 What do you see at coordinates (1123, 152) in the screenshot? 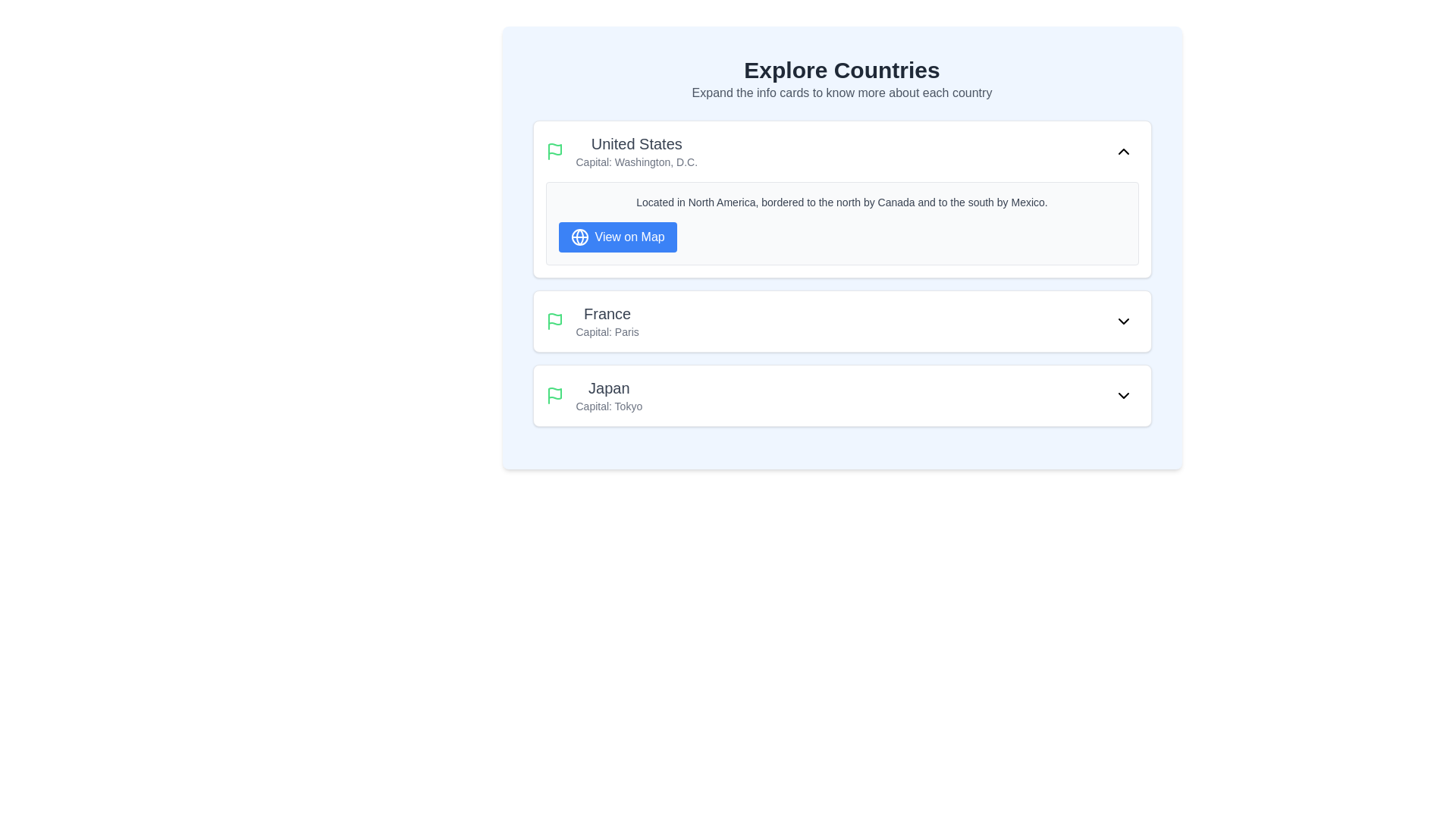
I see `the upward-pointing chevron icon button located at the top-right corner of the 'United States' card in the 'Explore Countries' section` at bounding box center [1123, 152].